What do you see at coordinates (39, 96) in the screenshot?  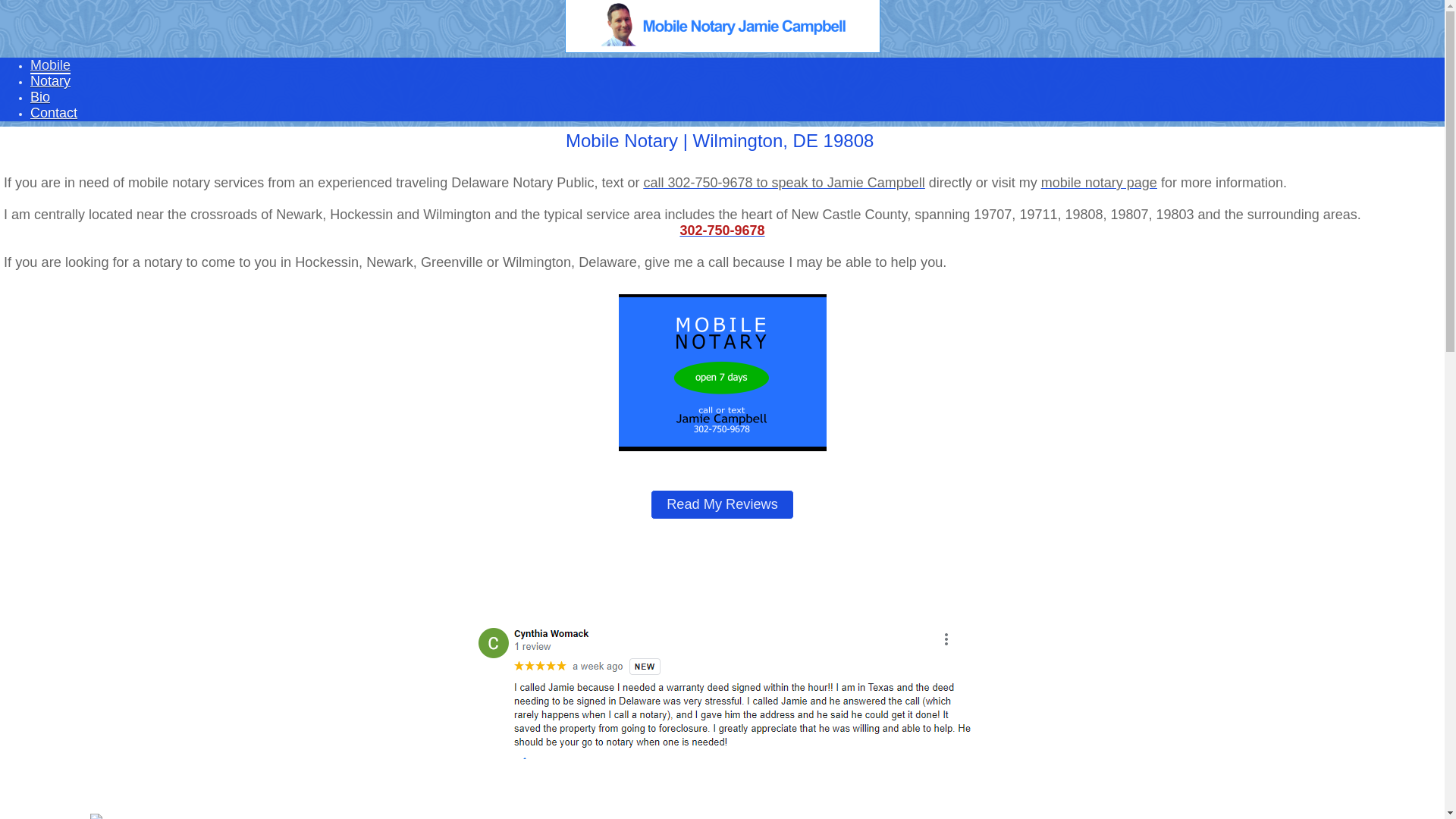 I see `'Bio'` at bounding box center [39, 96].